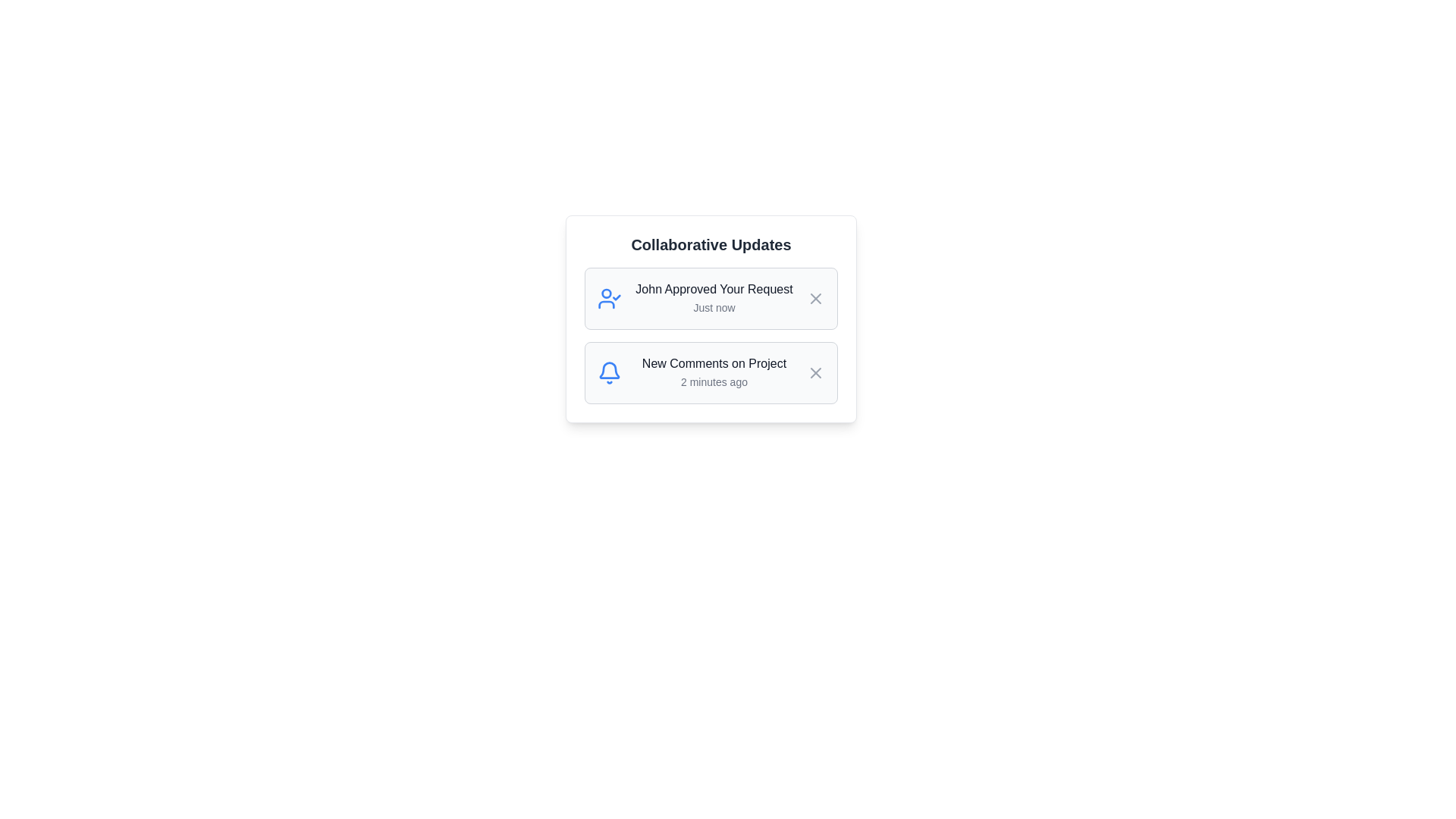 Image resolution: width=1456 pixels, height=819 pixels. I want to click on the text display element that informs the user about new comments on a project, positioned centrally within the lower notification, to the right of the bell icon, so click(713, 373).